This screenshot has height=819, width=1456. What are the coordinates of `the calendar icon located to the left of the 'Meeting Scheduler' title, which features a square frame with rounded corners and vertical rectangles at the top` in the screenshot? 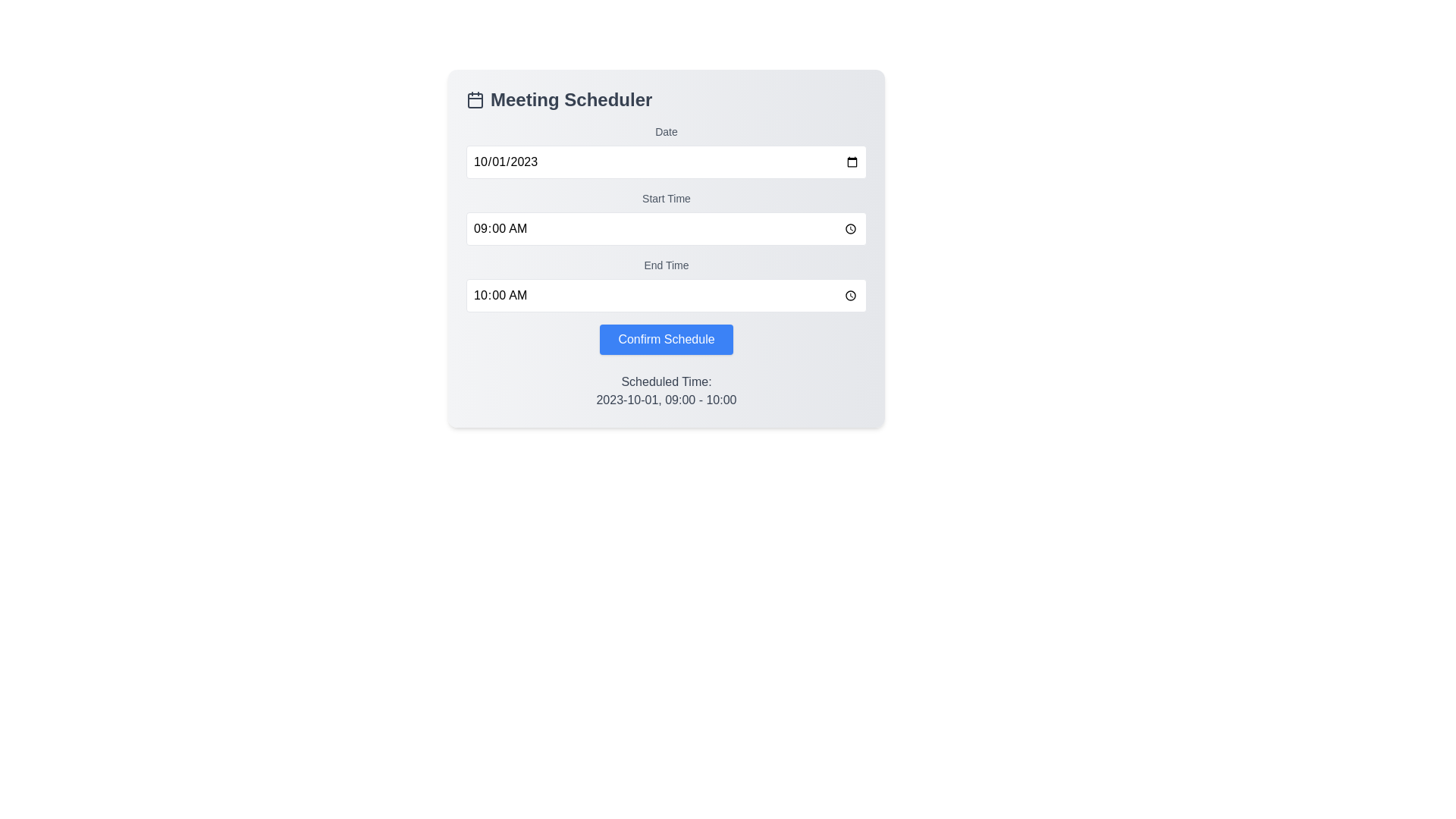 It's located at (475, 99).